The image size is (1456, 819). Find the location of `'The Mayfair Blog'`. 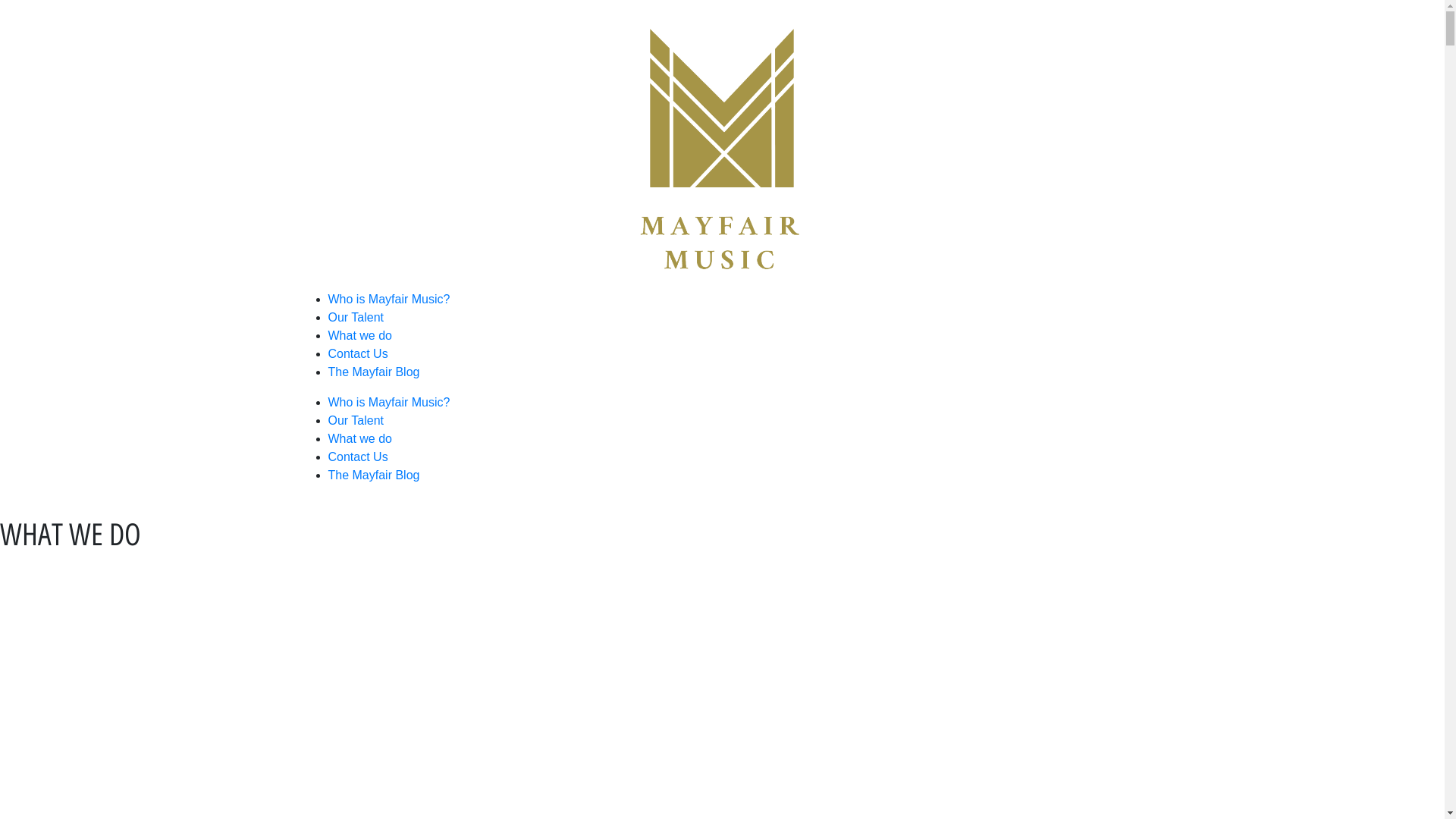

'The Mayfair Blog' is located at coordinates (373, 474).